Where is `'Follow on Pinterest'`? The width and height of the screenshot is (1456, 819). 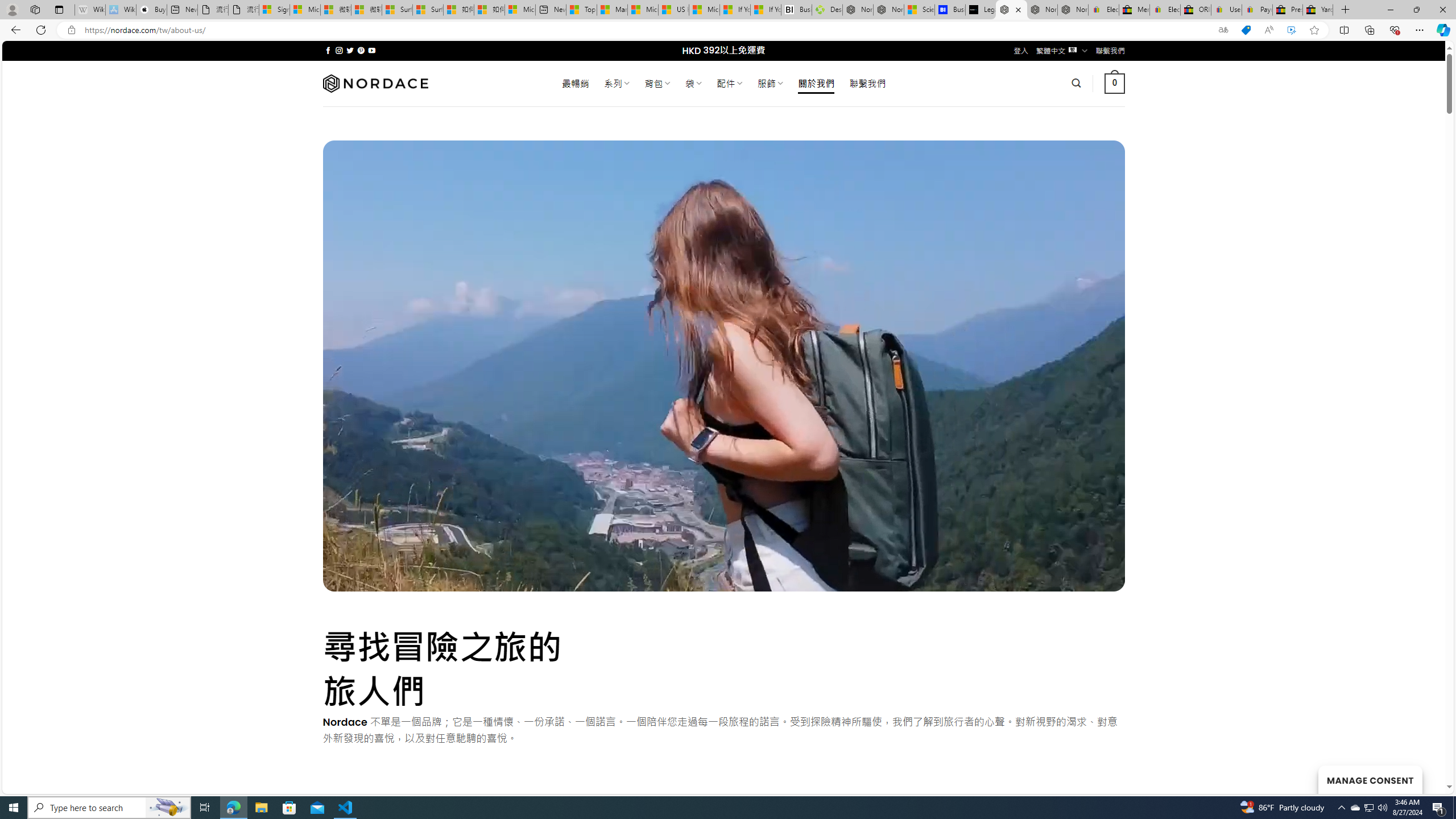
'Follow on Pinterest' is located at coordinates (359, 50).